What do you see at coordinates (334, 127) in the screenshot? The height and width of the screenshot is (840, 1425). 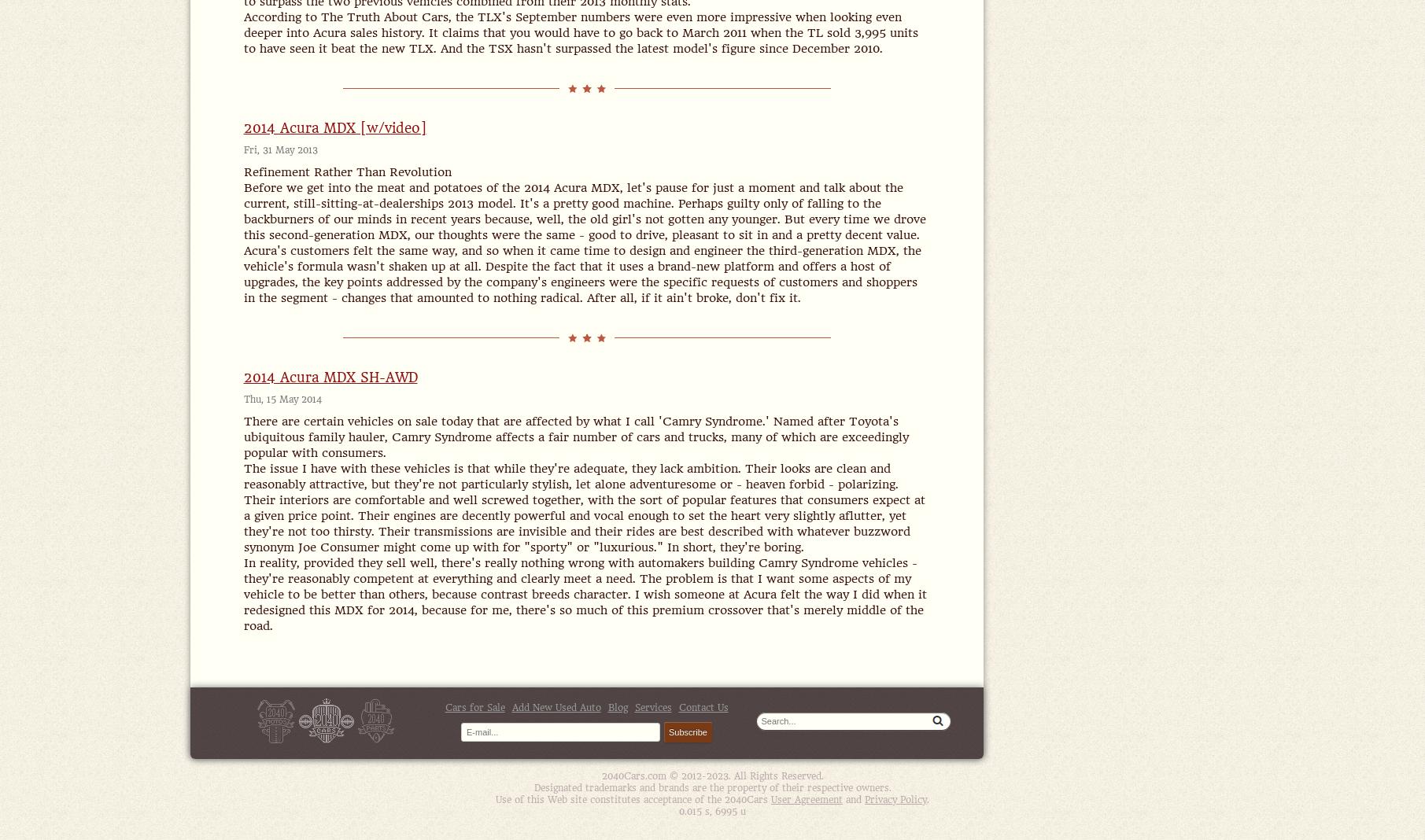 I see `'2014 Acura MDX [w/video]'` at bounding box center [334, 127].